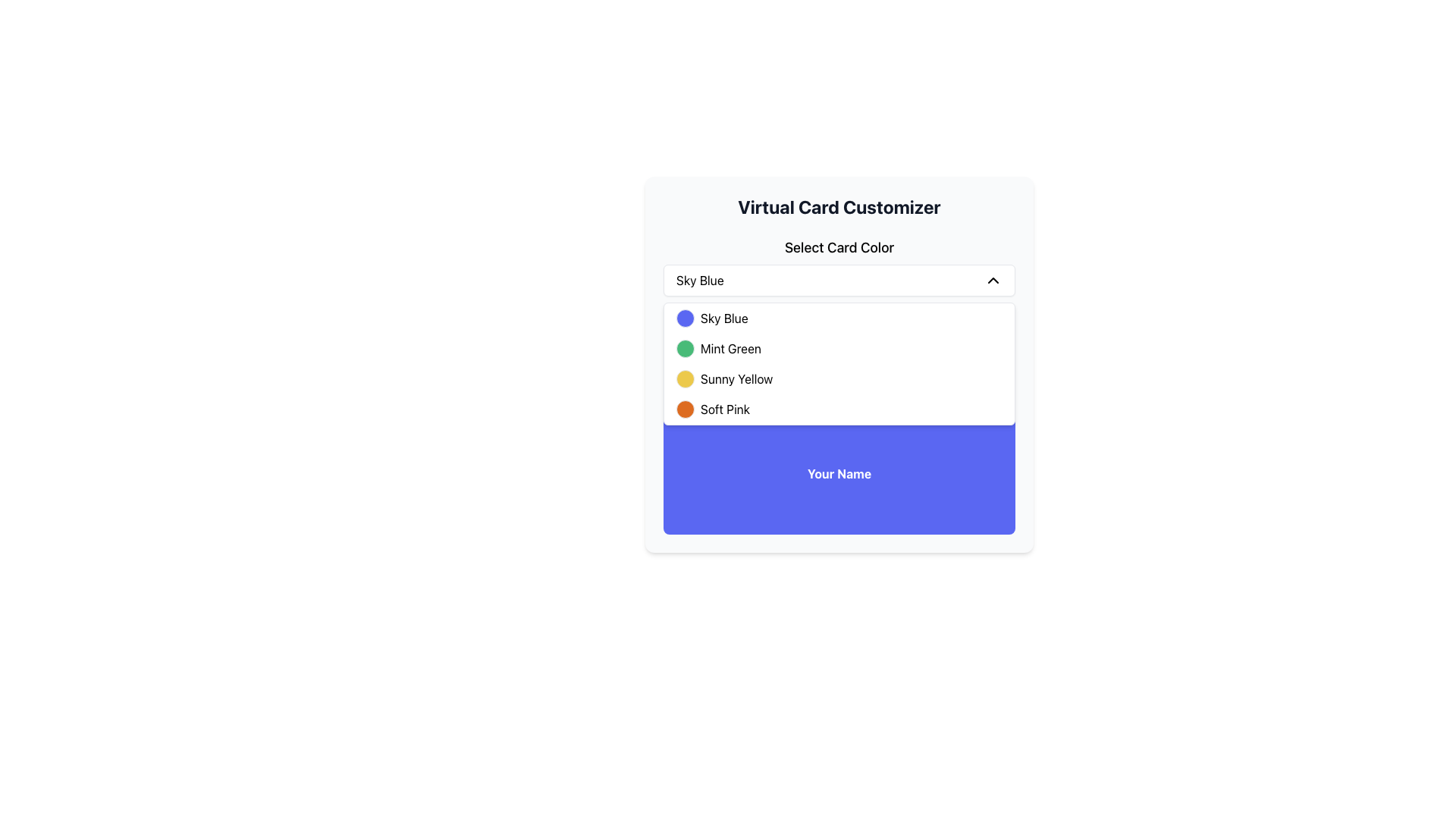 The width and height of the screenshot is (1456, 819). Describe the element at coordinates (684, 318) in the screenshot. I see `the circular decorative element with a blue background located to the immediate left of the text 'Sky Blue' in the 'Select Card Color' dropdown menu` at that location.